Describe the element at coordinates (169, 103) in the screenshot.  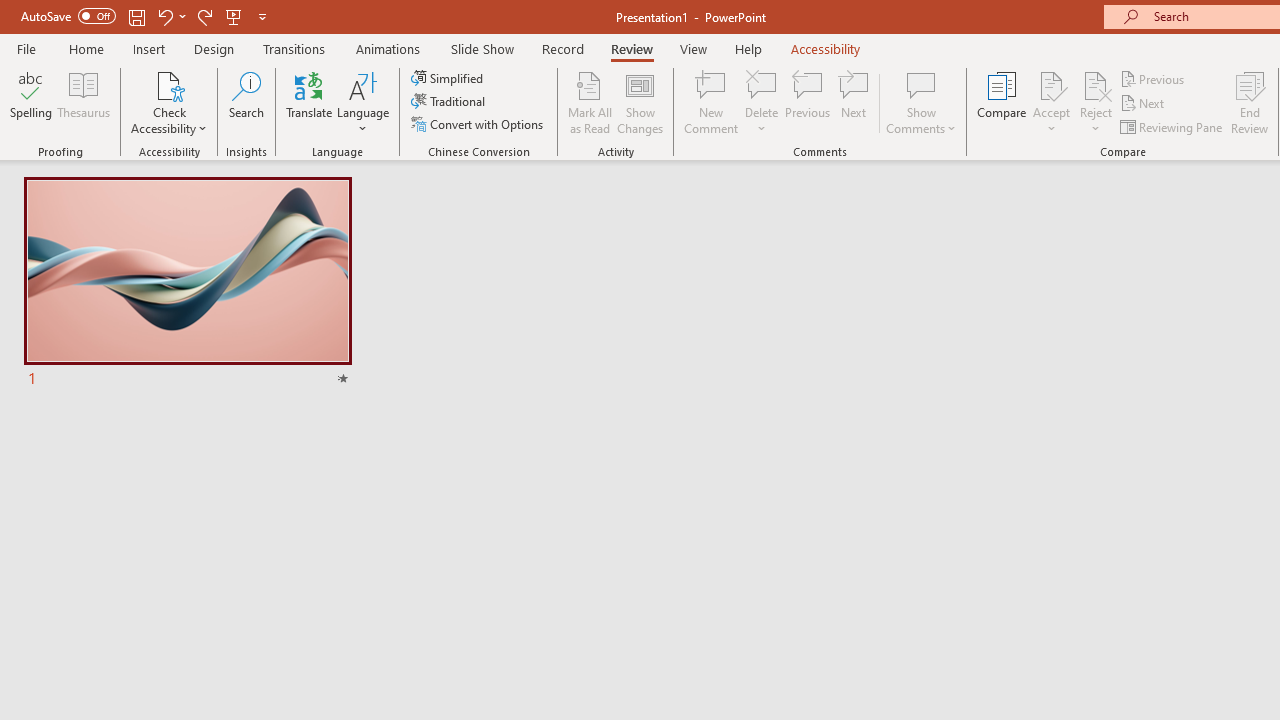
I see `'Check Accessibility'` at that location.